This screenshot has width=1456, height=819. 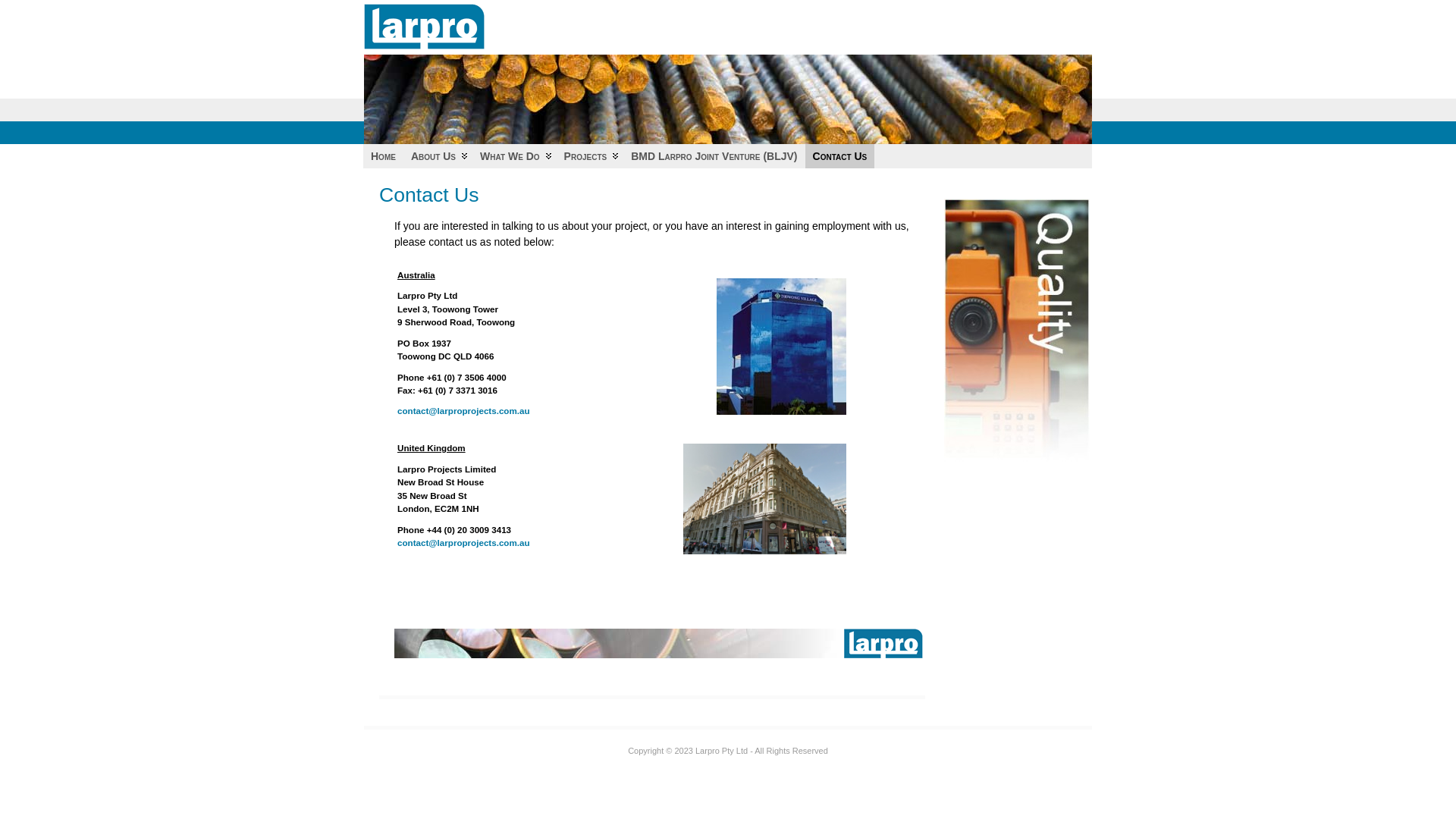 What do you see at coordinates (437, 155) in the screenshot?
I see `'About Us'` at bounding box center [437, 155].